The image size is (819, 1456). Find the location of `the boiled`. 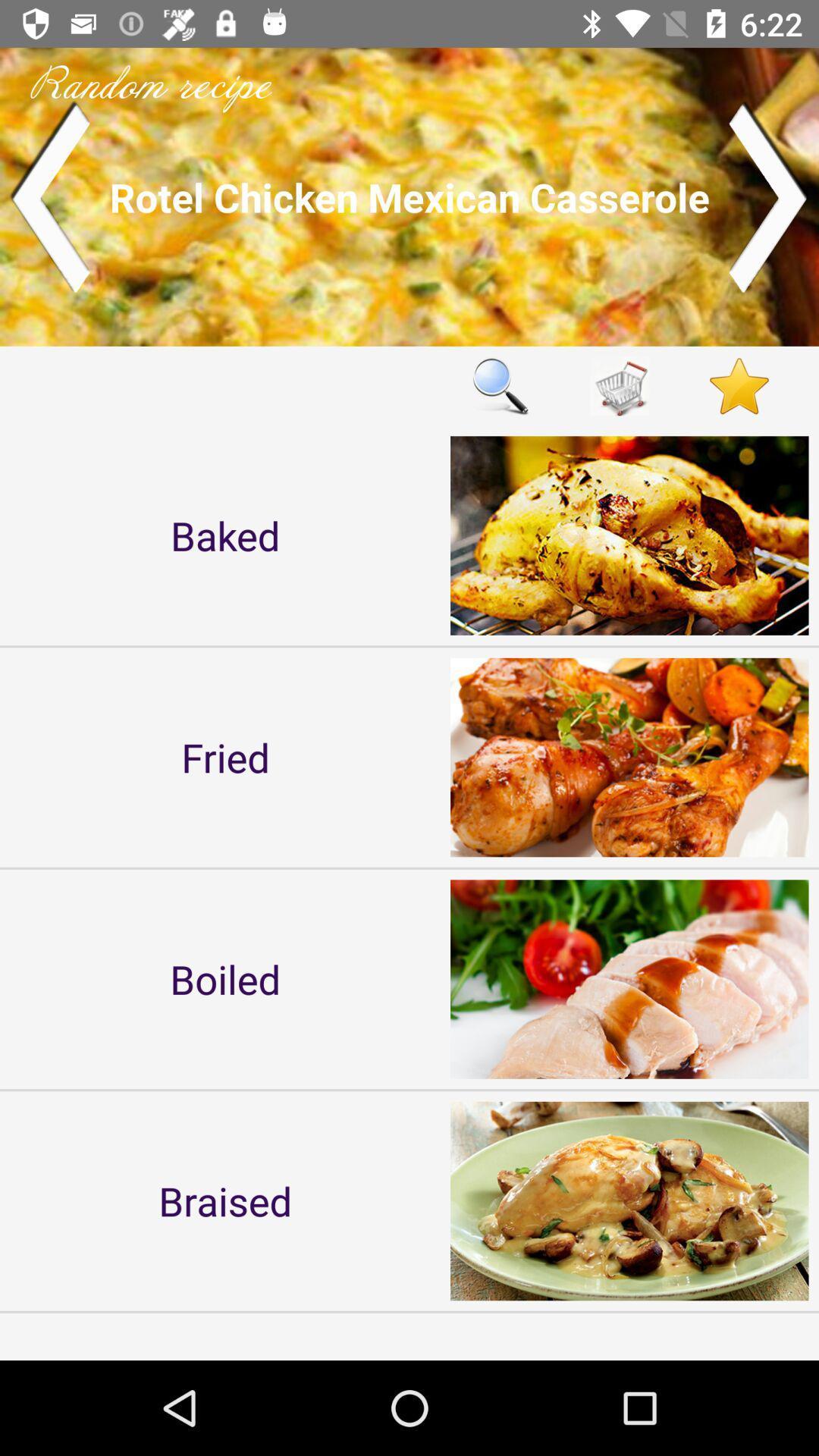

the boiled is located at coordinates (225, 979).